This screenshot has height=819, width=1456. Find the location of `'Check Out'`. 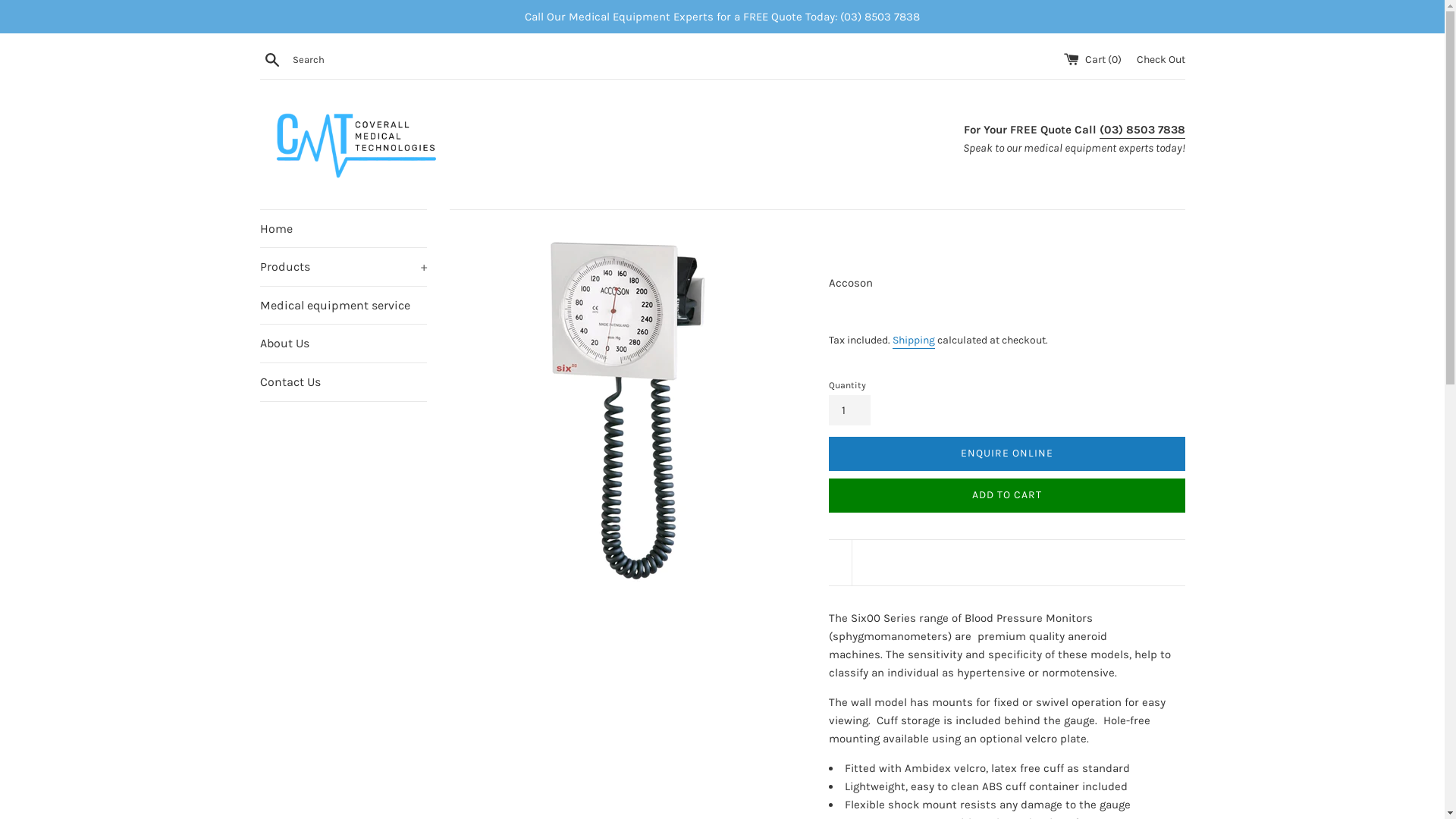

'Check Out' is located at coordinates (1159, 58).